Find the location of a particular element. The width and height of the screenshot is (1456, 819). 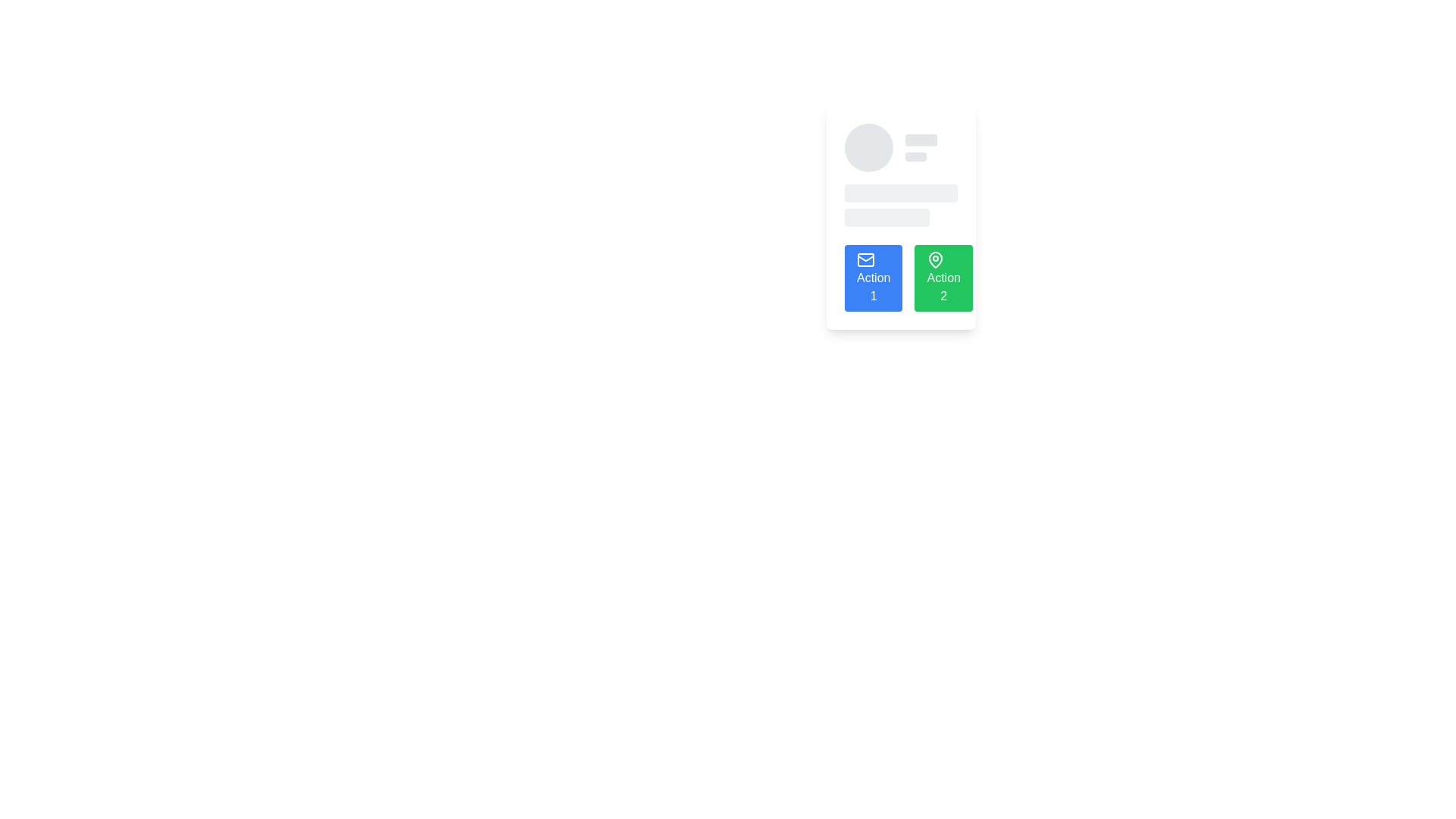

the pin icon, which is located inside the green button representing 'Action 2', to the right of the blue button labeled 'Action 1' is located at coordinates (935, 259).